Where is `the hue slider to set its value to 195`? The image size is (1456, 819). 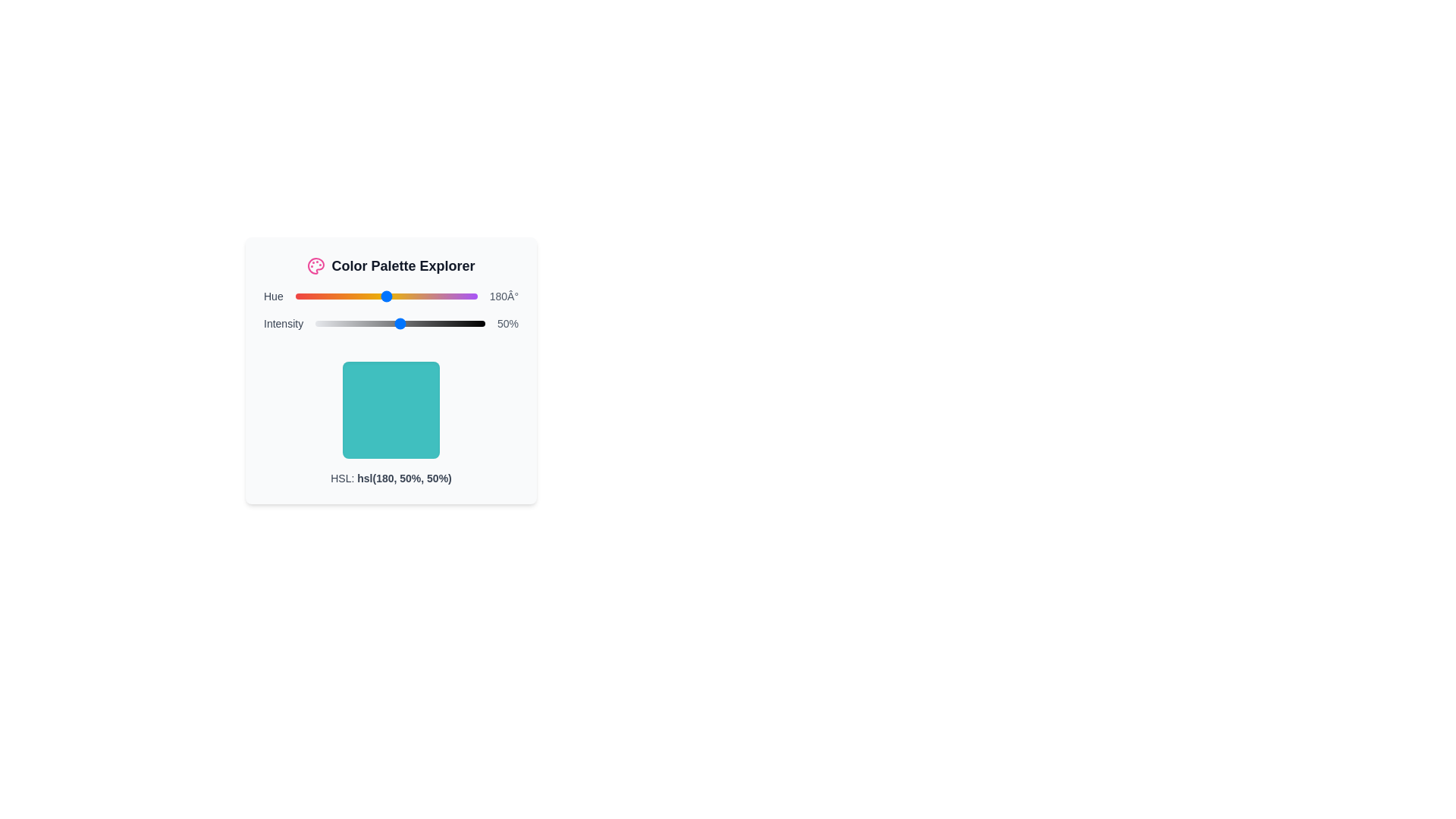 the hue slider to set its value to 195 is located at coordinates (394, 296).